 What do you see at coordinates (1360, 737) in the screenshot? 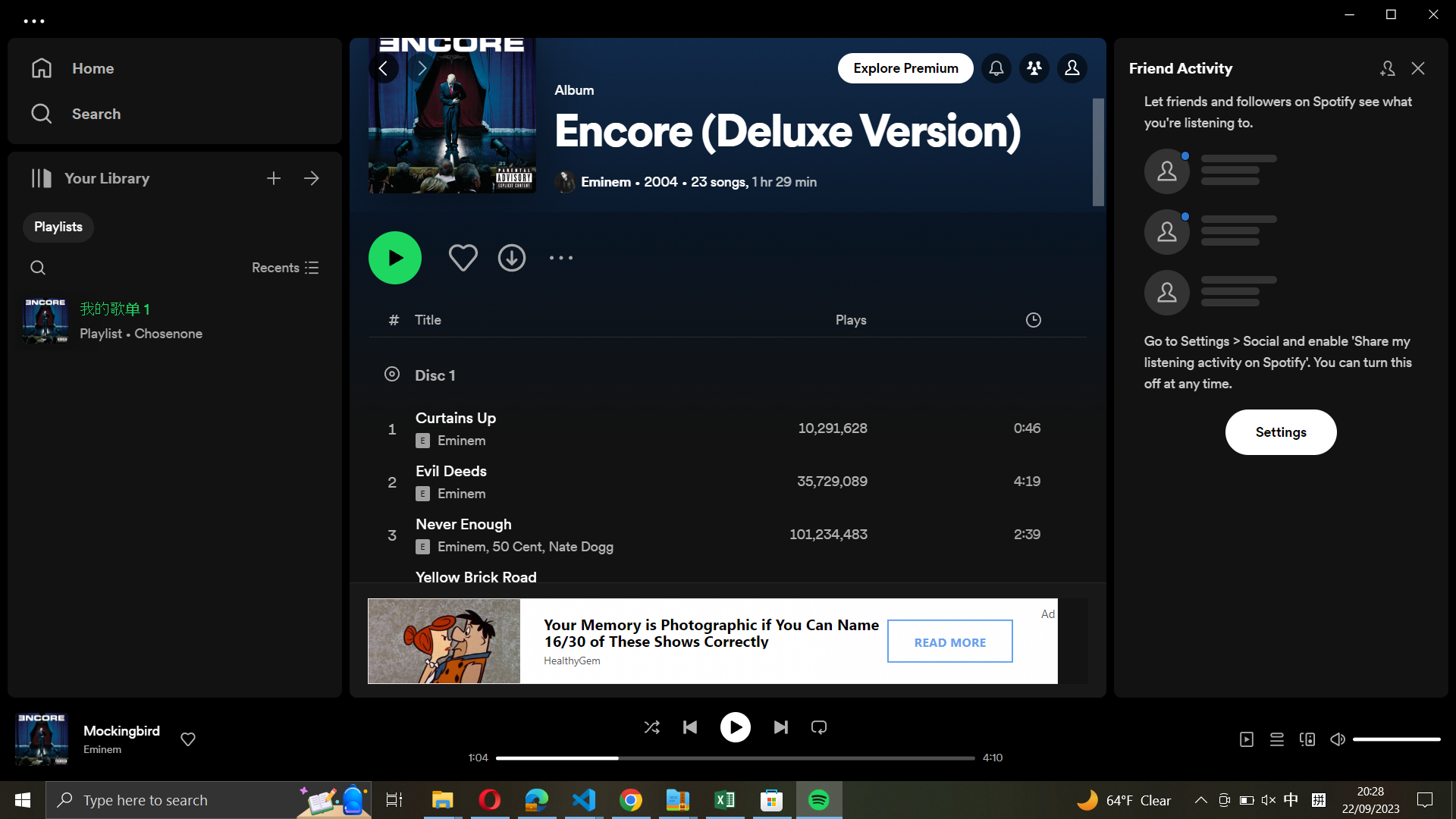
I see `Decrease the sound level` at bounding box center [1360, 737].